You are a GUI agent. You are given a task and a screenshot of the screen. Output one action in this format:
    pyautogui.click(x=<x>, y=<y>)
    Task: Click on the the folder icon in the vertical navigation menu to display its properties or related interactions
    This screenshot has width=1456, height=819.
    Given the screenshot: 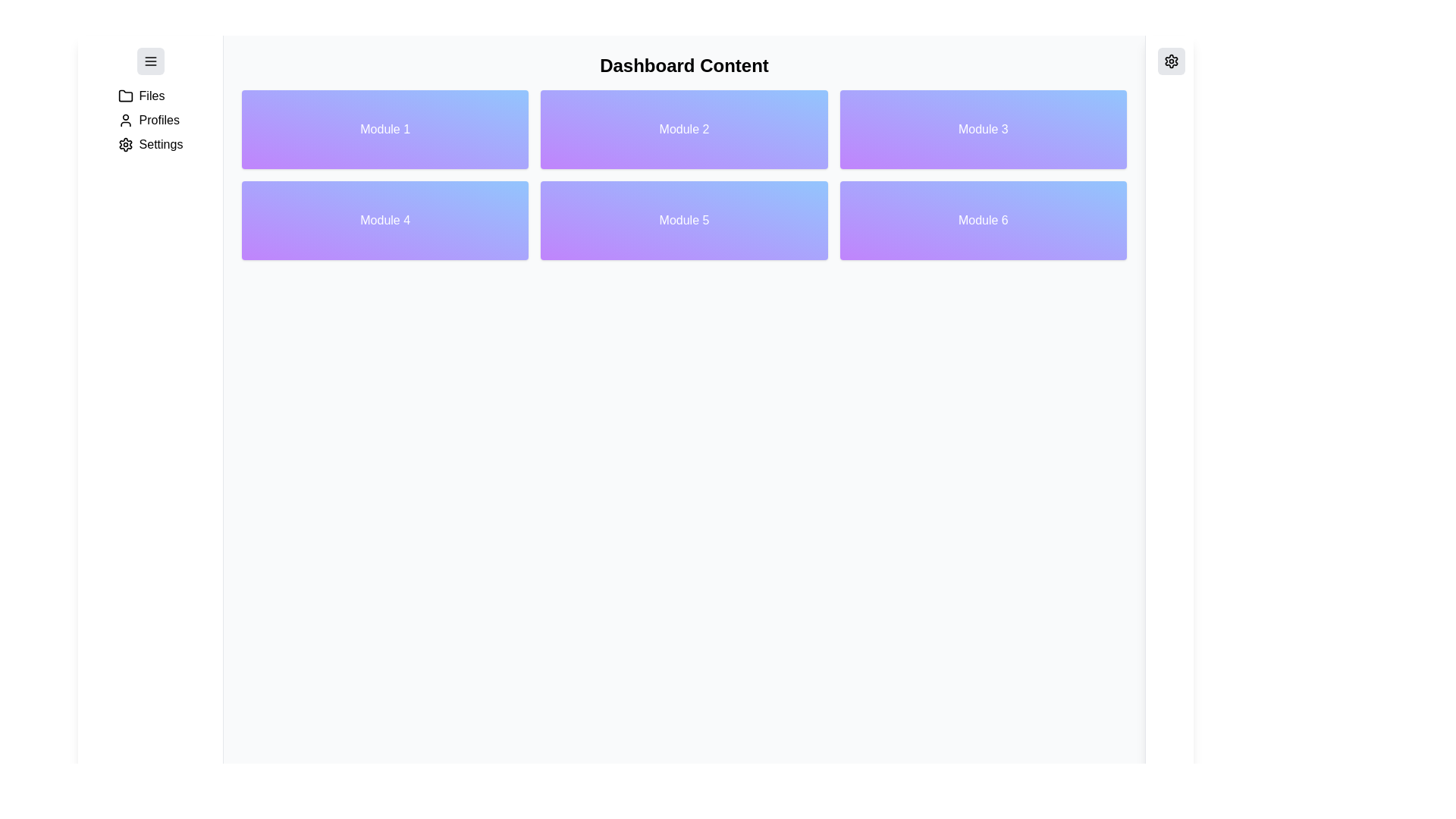 What is the action you would take?
    pyautogui.click(x=125, y=96)
    